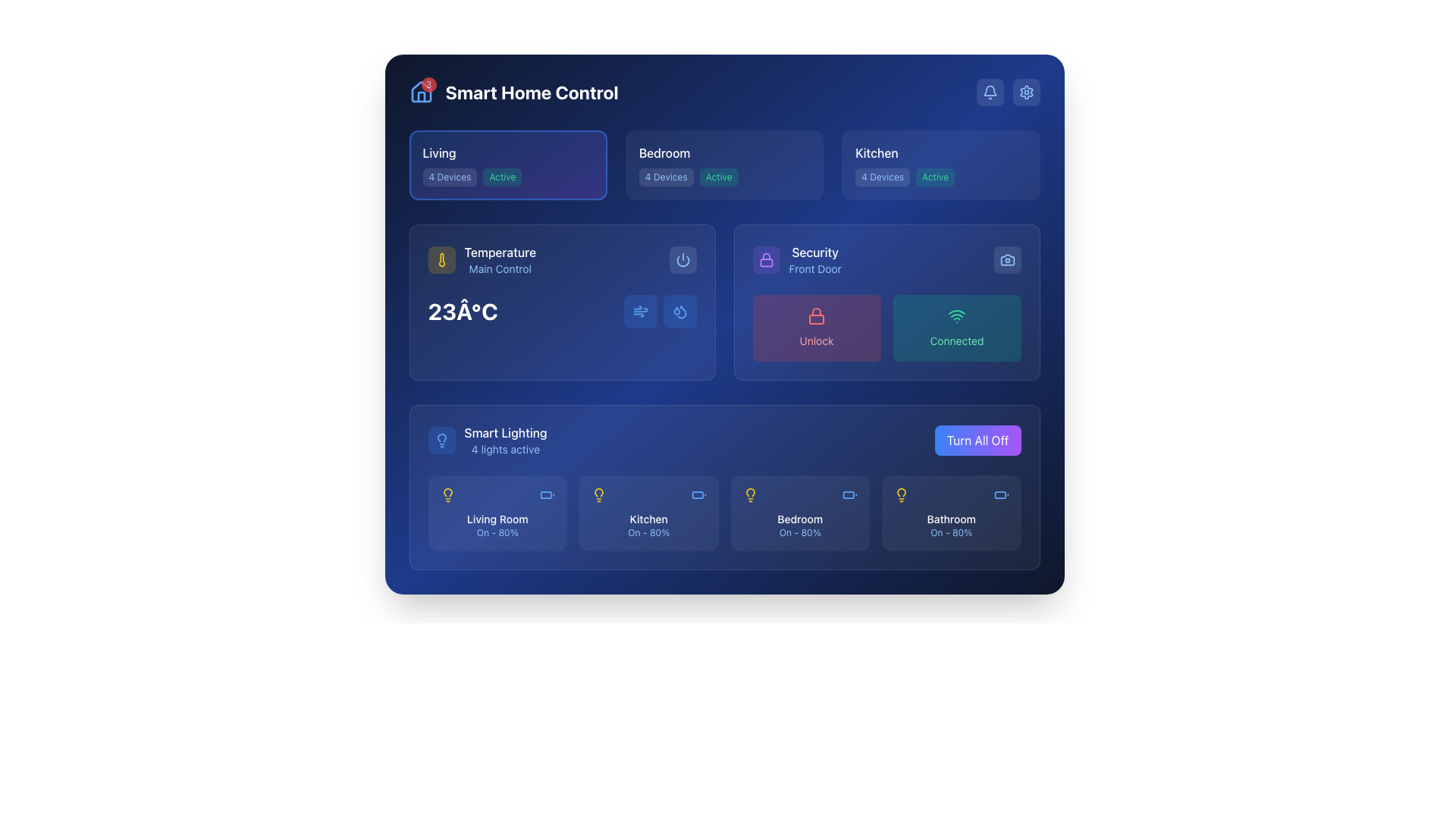 The image size is (1456, 819). I want to click on or inspect the notifications represented by the red circular badge on the blue house icon located near the top left corner of the interface, so click(421, 93).